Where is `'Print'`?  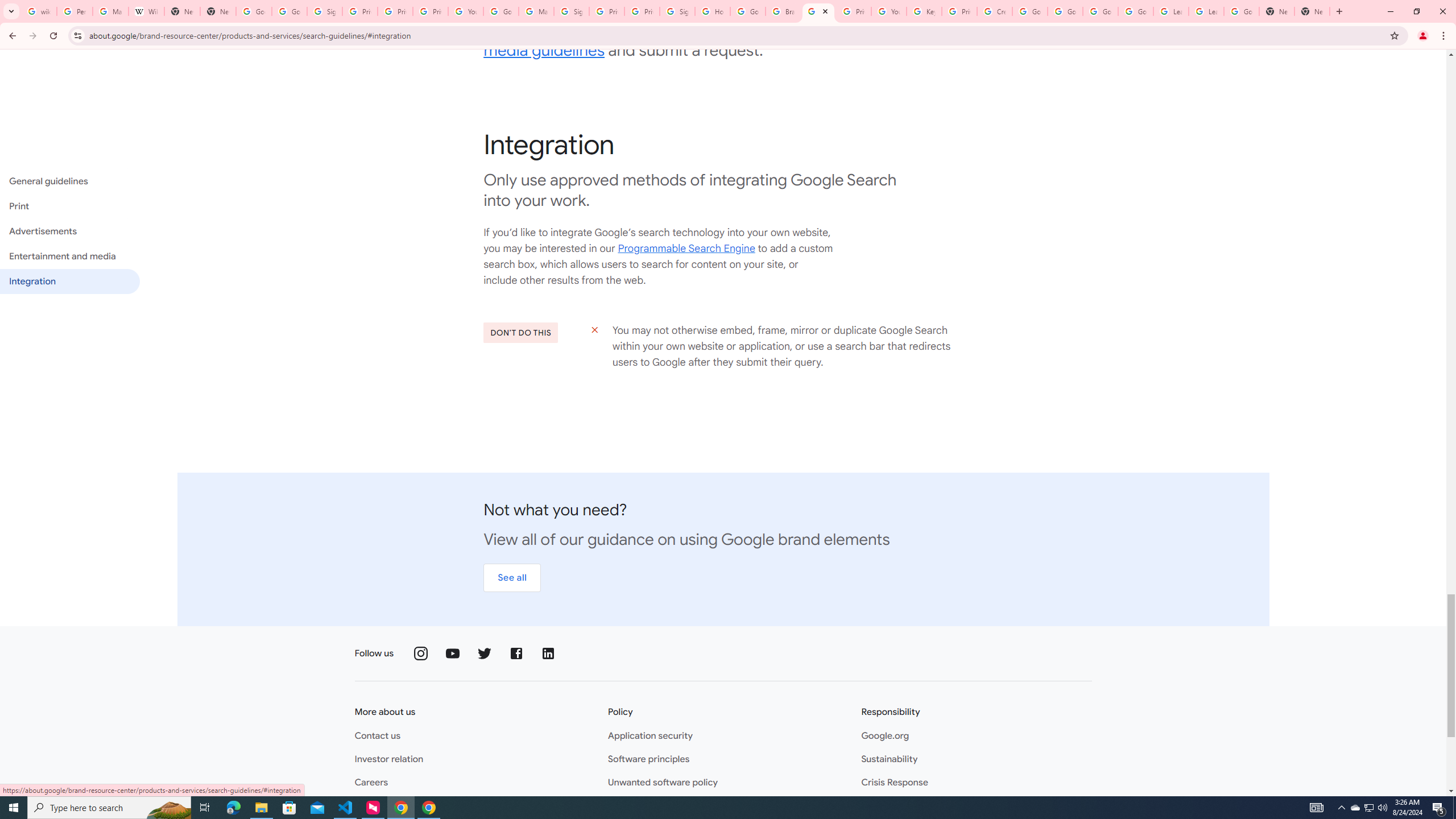 'Print' is located at coordinates (69, 205).